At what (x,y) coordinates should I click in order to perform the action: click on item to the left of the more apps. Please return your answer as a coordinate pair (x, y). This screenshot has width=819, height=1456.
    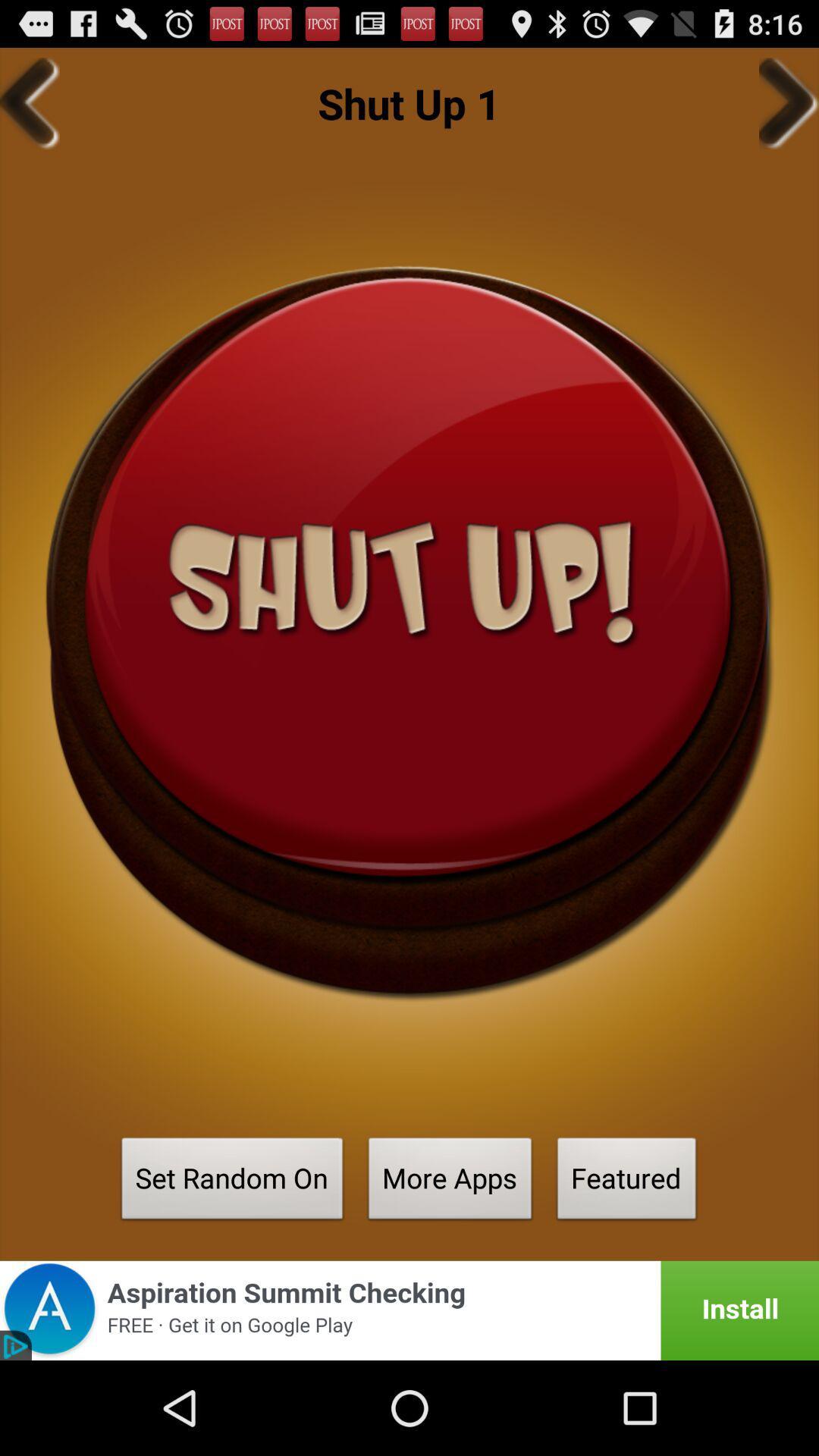
    Looking at the image, I should click on (232, 1182).